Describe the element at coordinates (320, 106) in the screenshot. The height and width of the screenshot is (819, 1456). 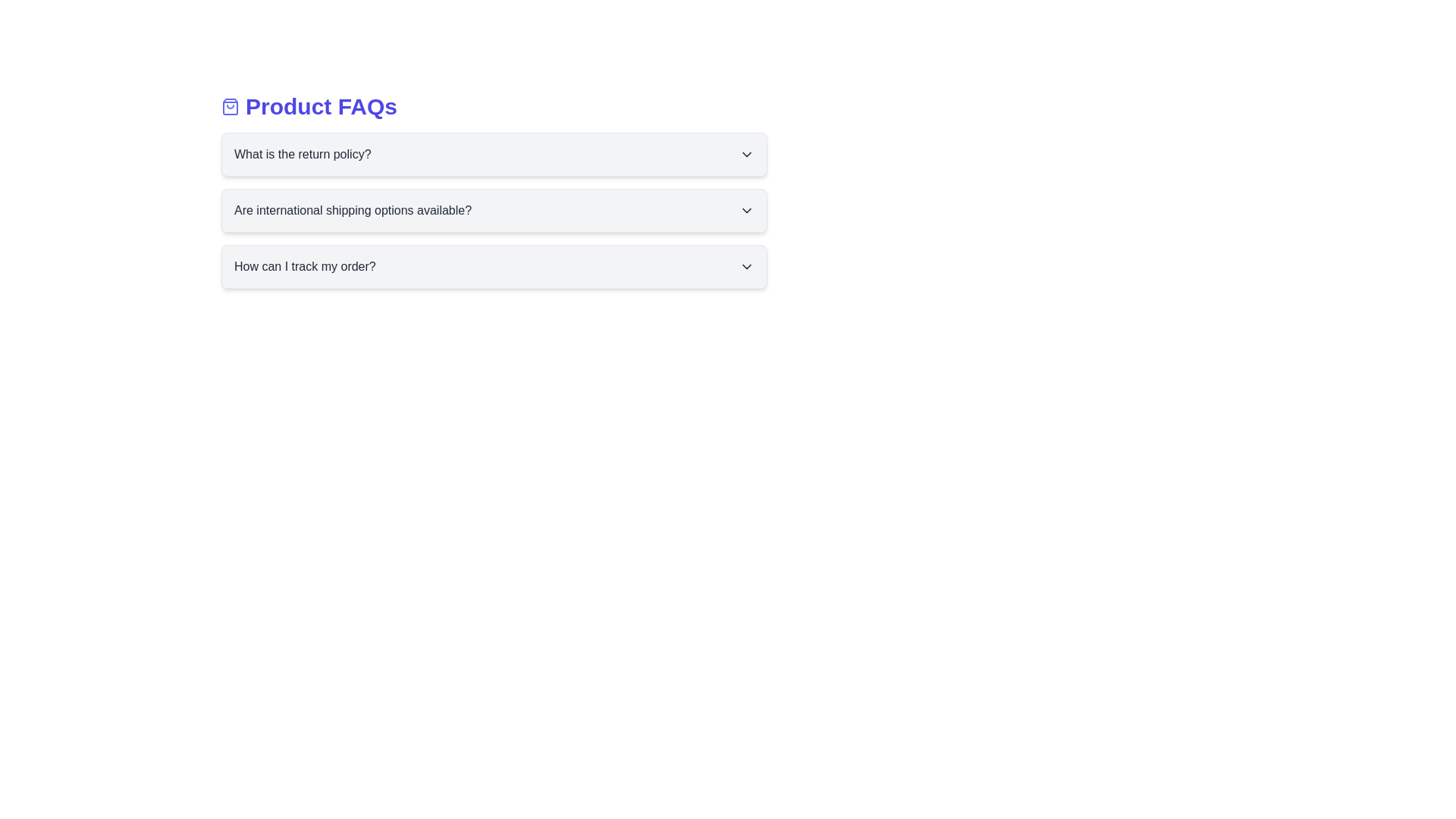
I see `the bold, large-sized text label displaying 'Product FAQs', which is styled in indigo and located to the right of a shopping bag icon` at that location.